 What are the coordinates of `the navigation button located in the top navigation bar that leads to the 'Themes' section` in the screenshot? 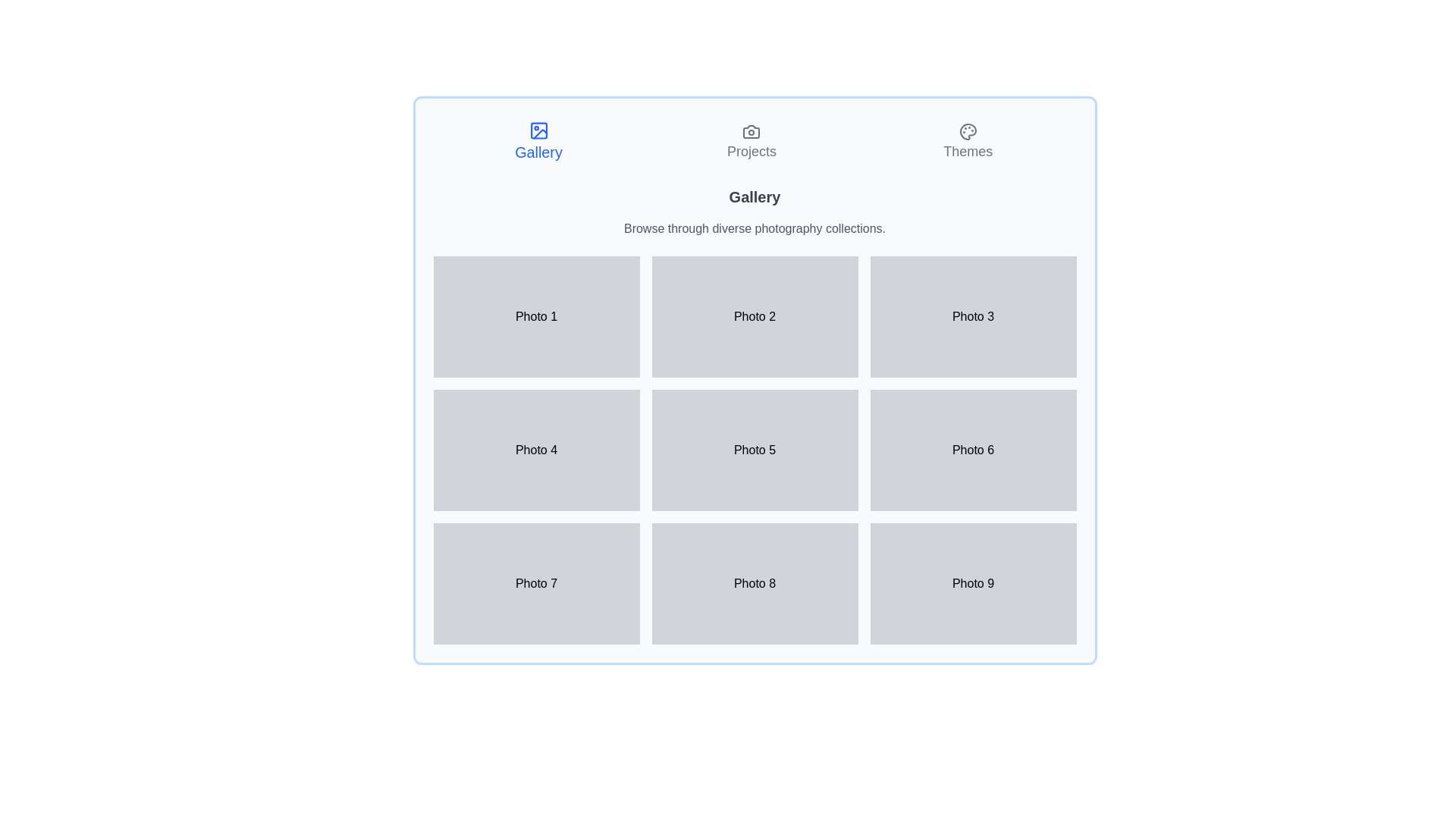 It's located at (967, 143).